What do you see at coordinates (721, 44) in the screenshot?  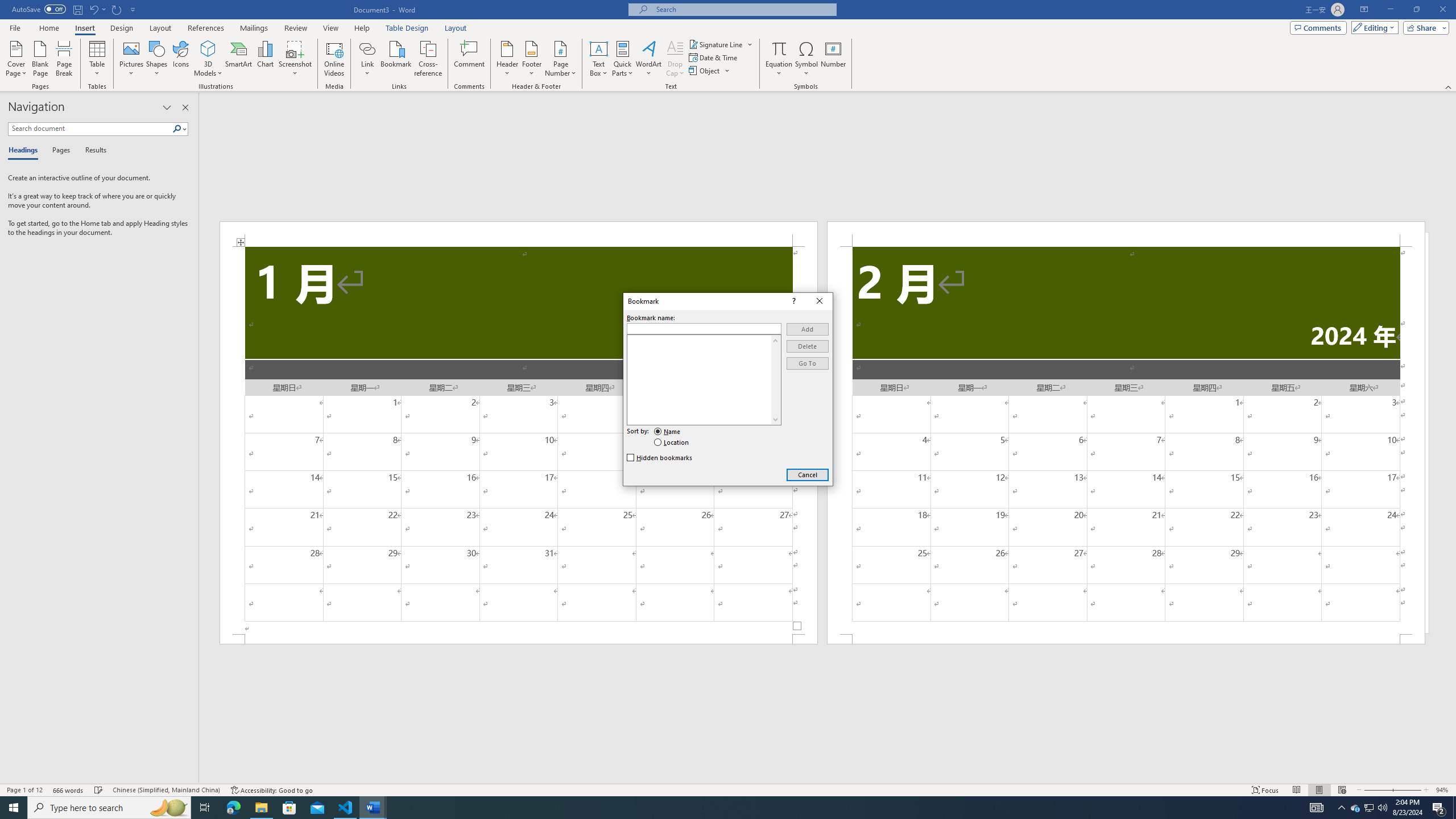 I see `'Signature Line'` at bounding box center [721, 44].